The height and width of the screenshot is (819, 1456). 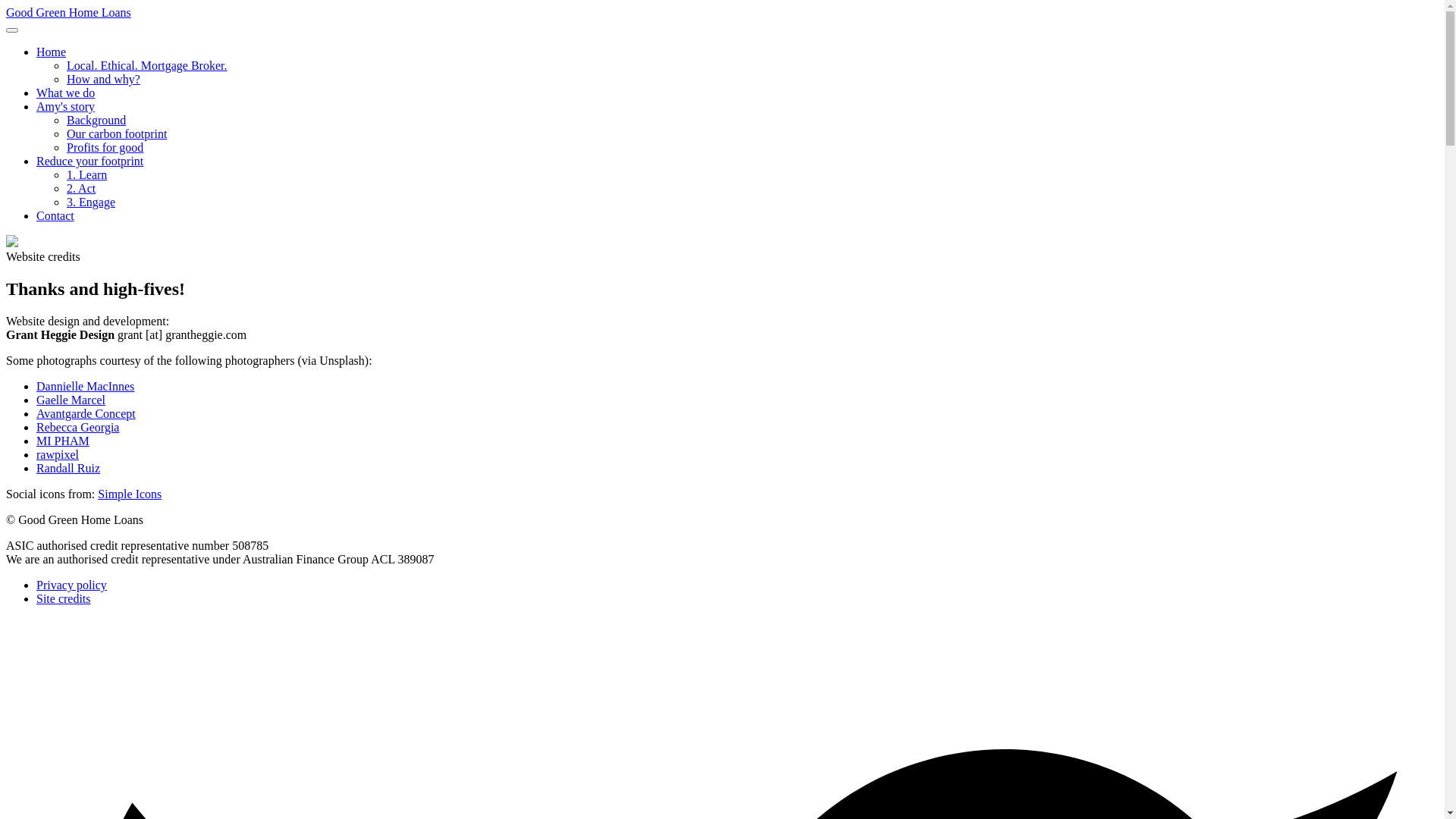 I want to click on 'Reduce your footprint', so click(x=89, y=161).